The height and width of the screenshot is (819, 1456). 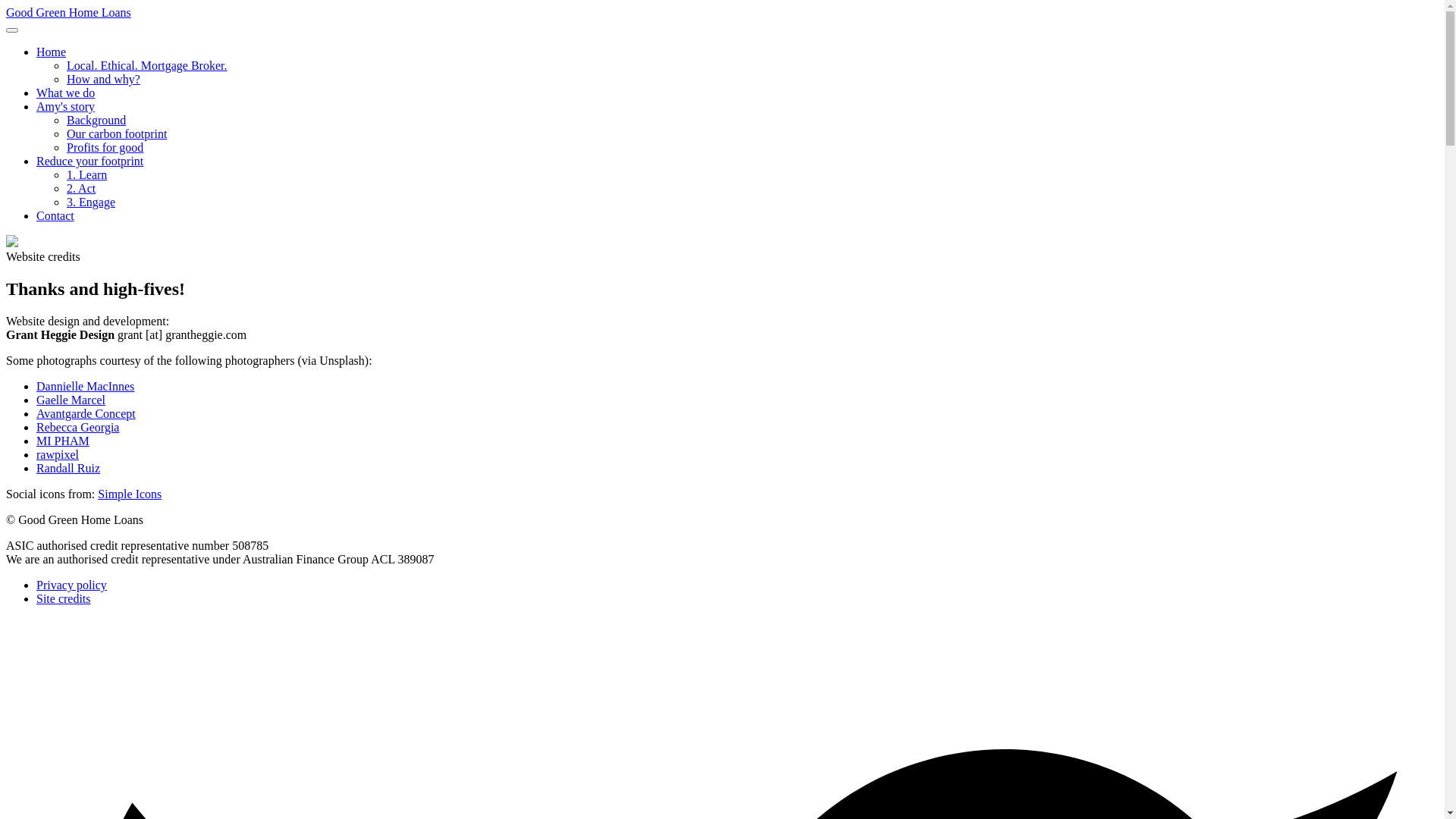 I want to click on 'Reduce your footprint', so click(x=89, y=161).